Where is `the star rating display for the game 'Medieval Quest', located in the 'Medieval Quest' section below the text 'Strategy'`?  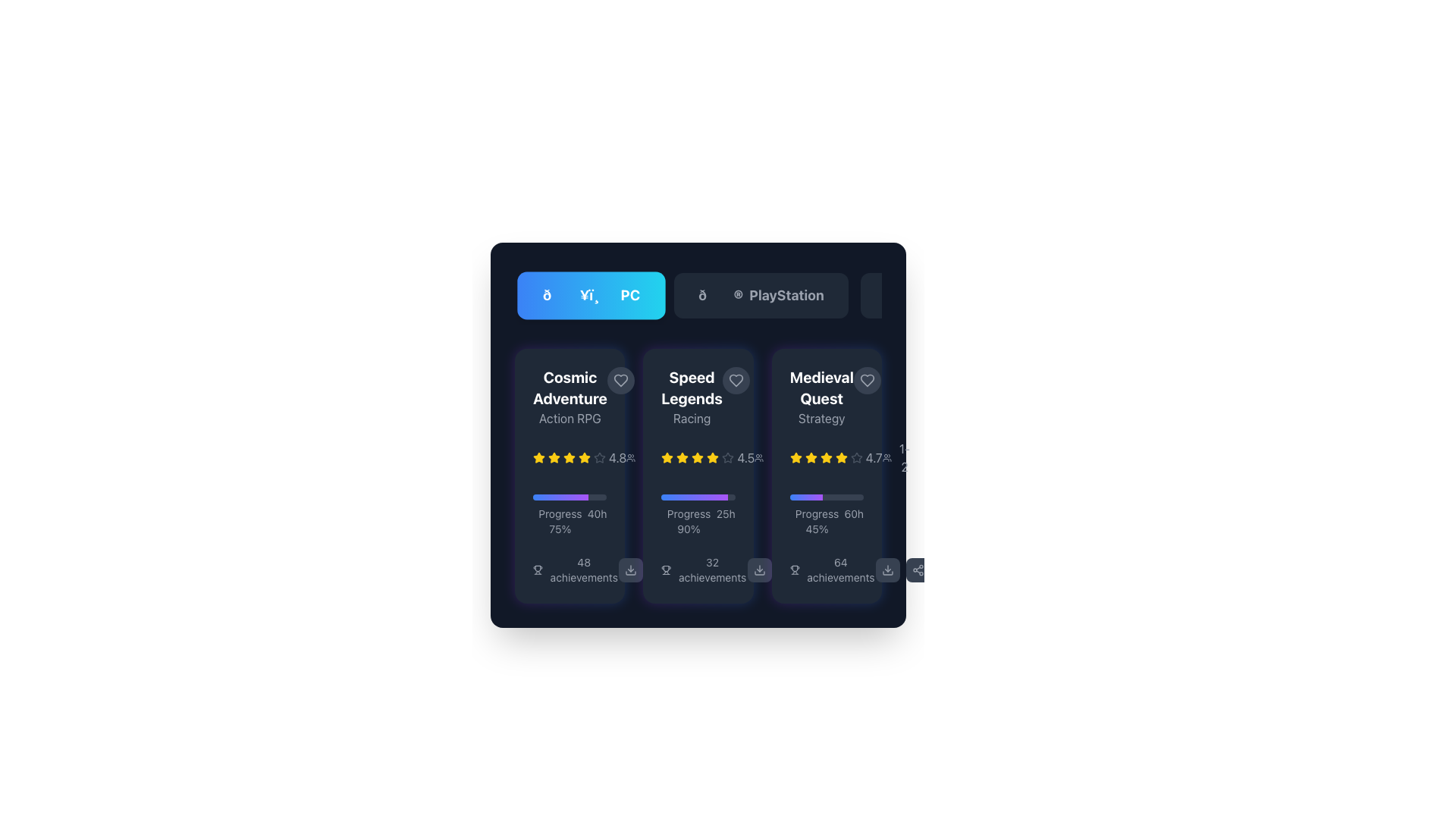
the star rating display for the game 'Medieval Quest', located in the 'Medieval Quest' section below the text 'Strategy' is located at coordinates (826, 457).